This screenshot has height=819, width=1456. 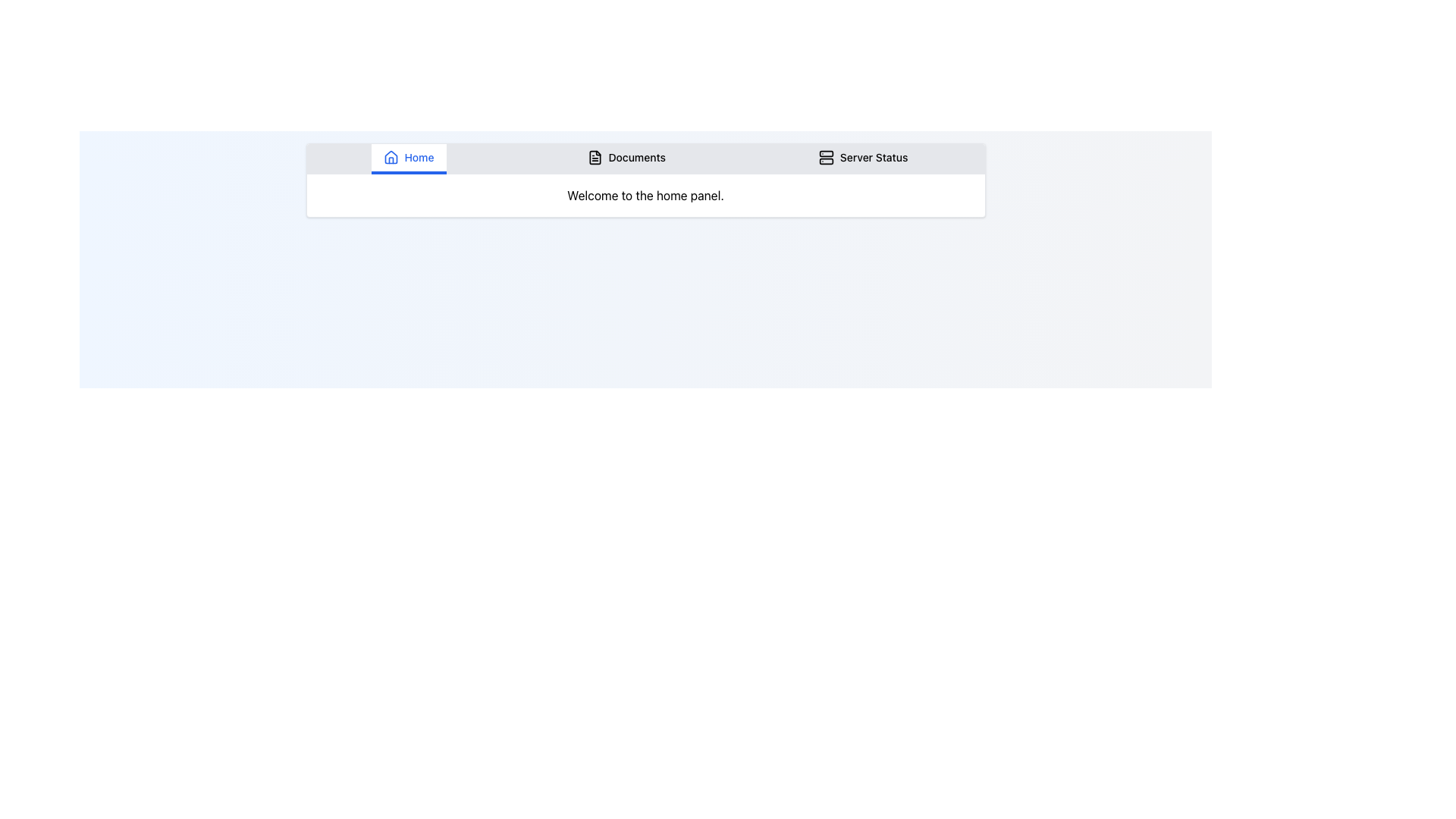 I want to click on the 'Documents' button in the navigation bar to trigger a visual change, which includes a background color change to blue and text color change to blue, so click(x=626, y=158).